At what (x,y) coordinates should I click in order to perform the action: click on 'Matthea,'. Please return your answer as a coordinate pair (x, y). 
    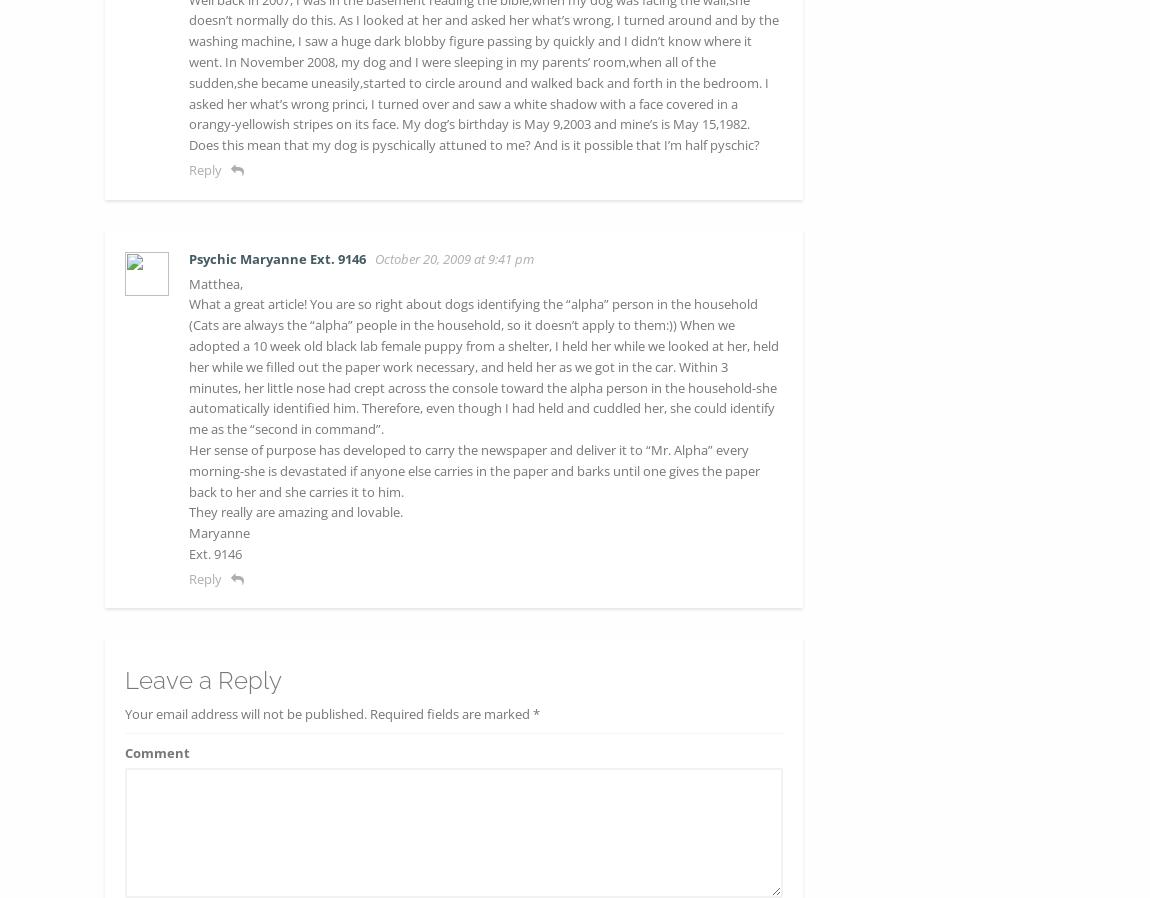
    Looking at the image, I should click on (214, 282).